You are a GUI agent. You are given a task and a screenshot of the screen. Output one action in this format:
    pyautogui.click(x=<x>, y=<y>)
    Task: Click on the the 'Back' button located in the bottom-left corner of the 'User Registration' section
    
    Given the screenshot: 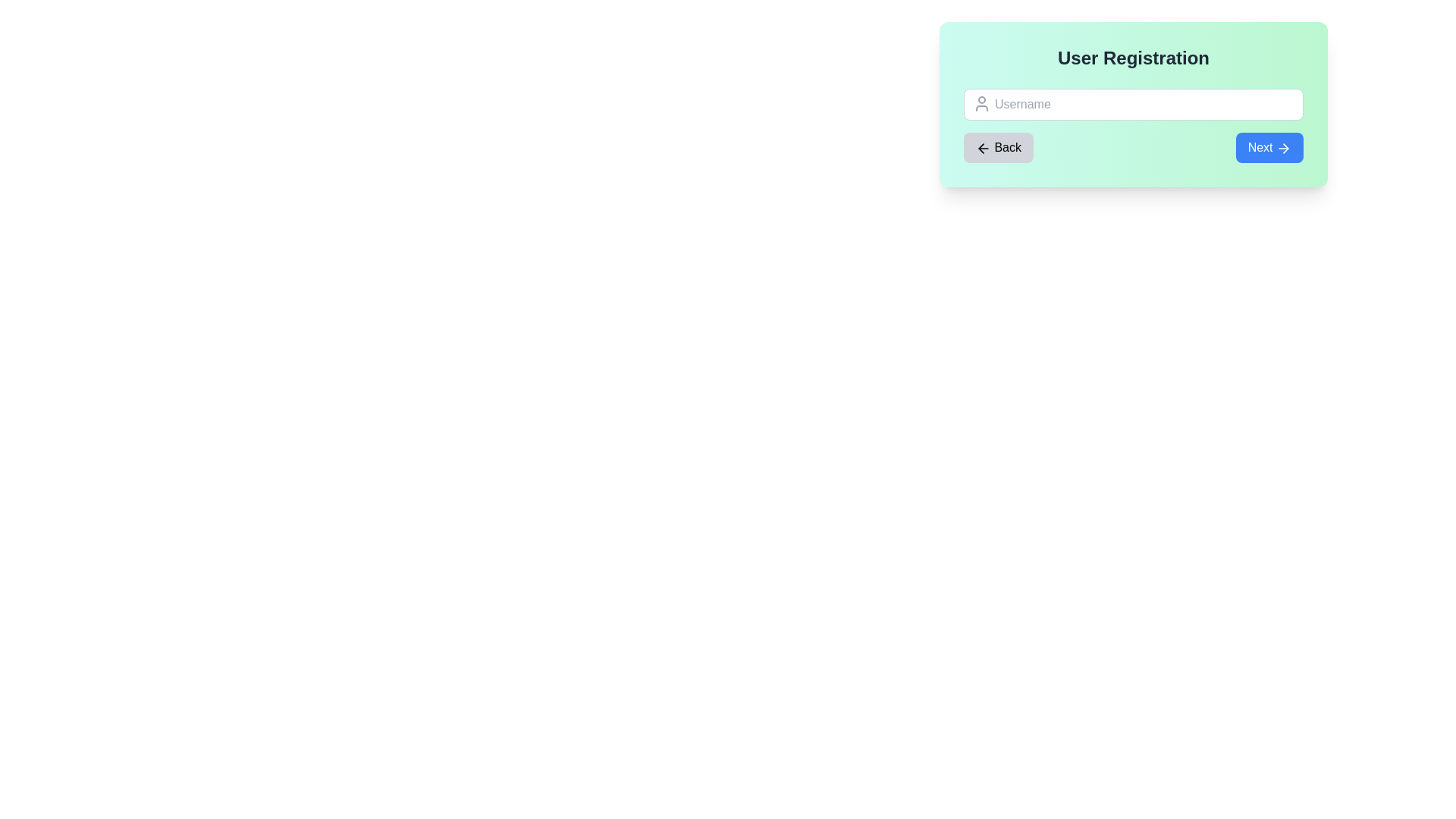 What is the action you would take?
    pyautogui.click(x=998, y=148)
    